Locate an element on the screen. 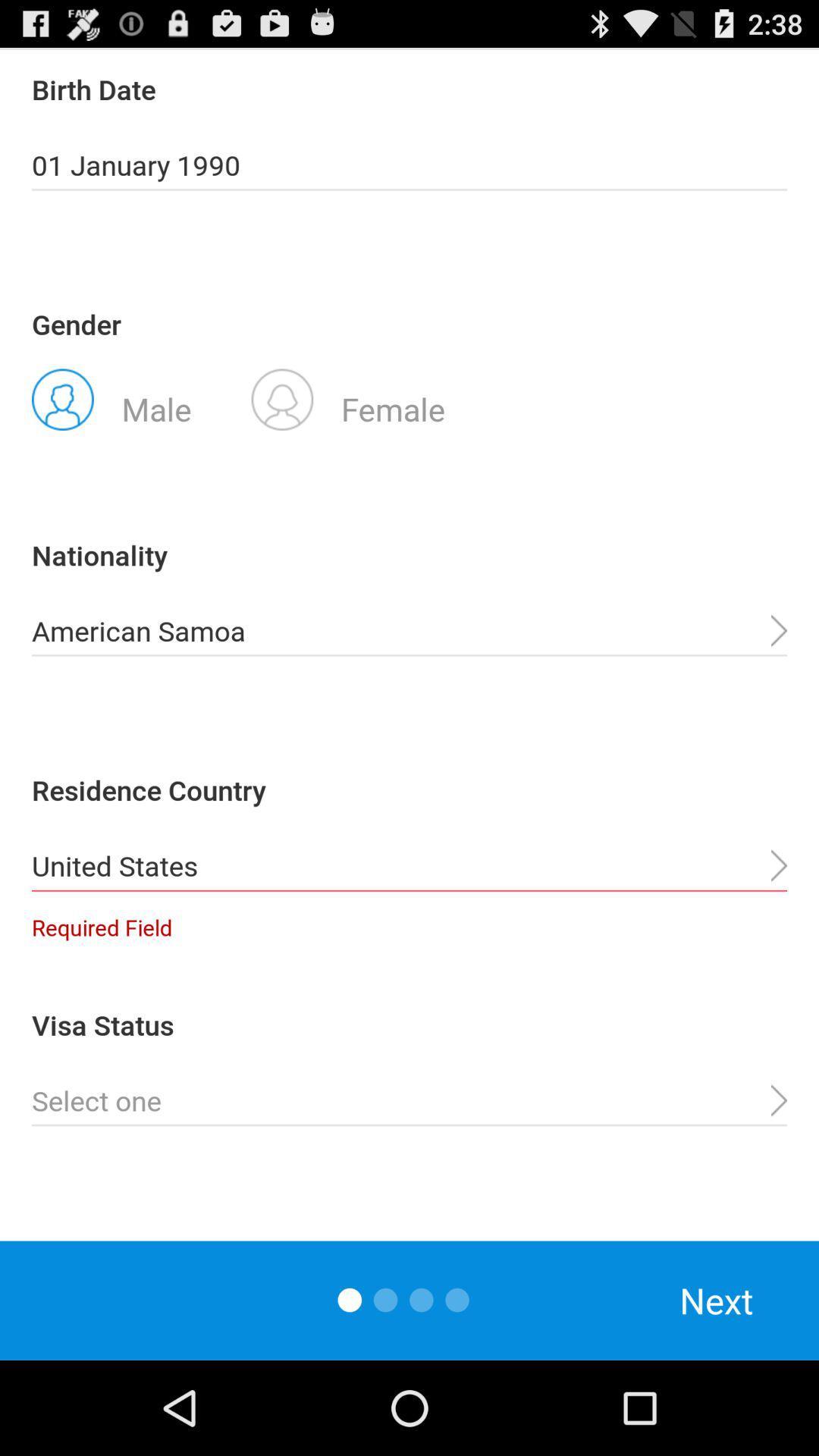 Image resolution: width=819 pixels, height=1456 pixels. the icon to the left of the female item is located at coordinates (111, 398).